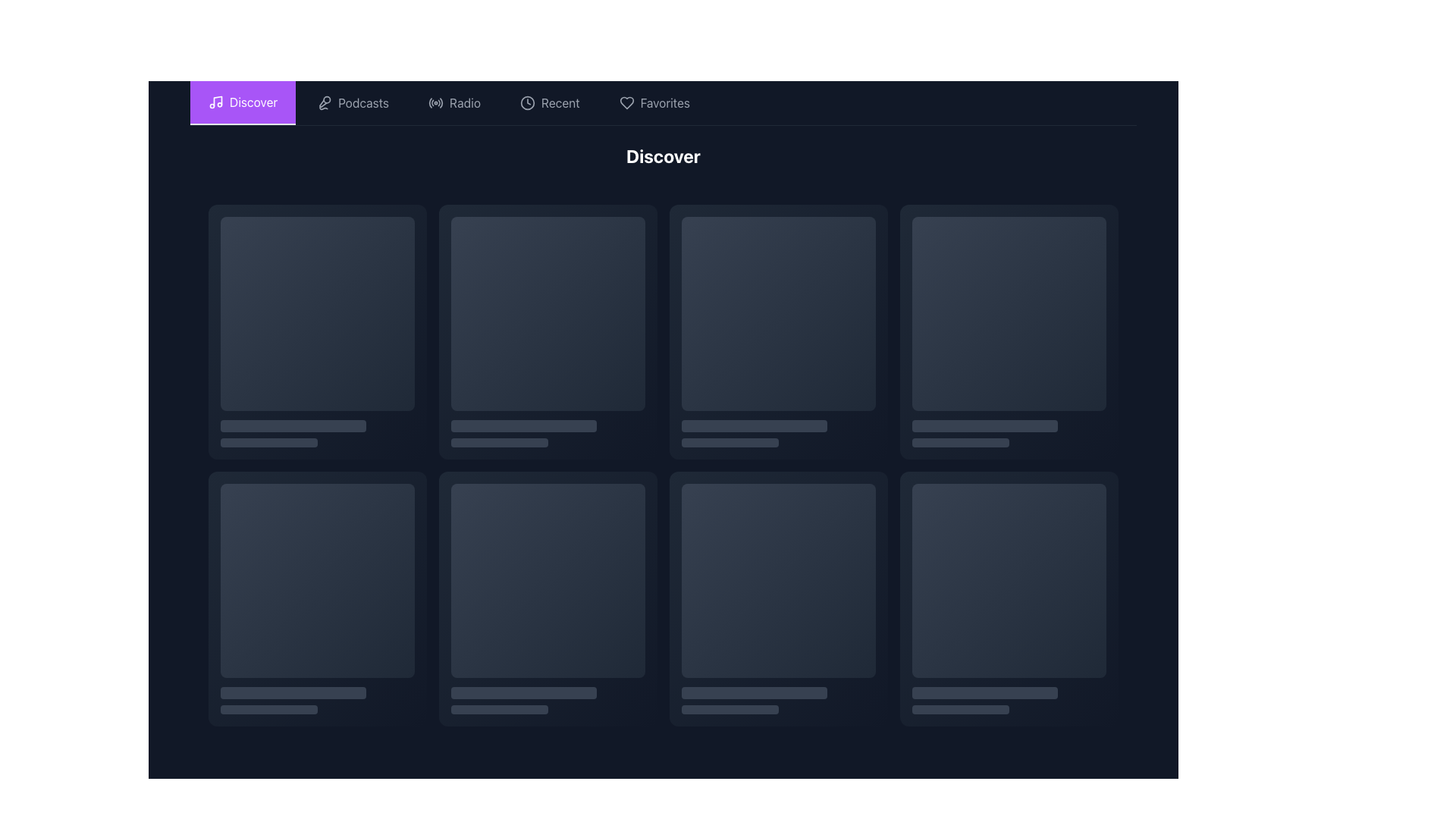  What do you see at coordinates (663, 102) in the screenshot?
I see `labels from the Navigation bar located at the top of the interface, featuring options like 'Discover', 'Podcasts', 'Radio', 'Recent', and 'Favorites'` at bounding box center [663, 102].